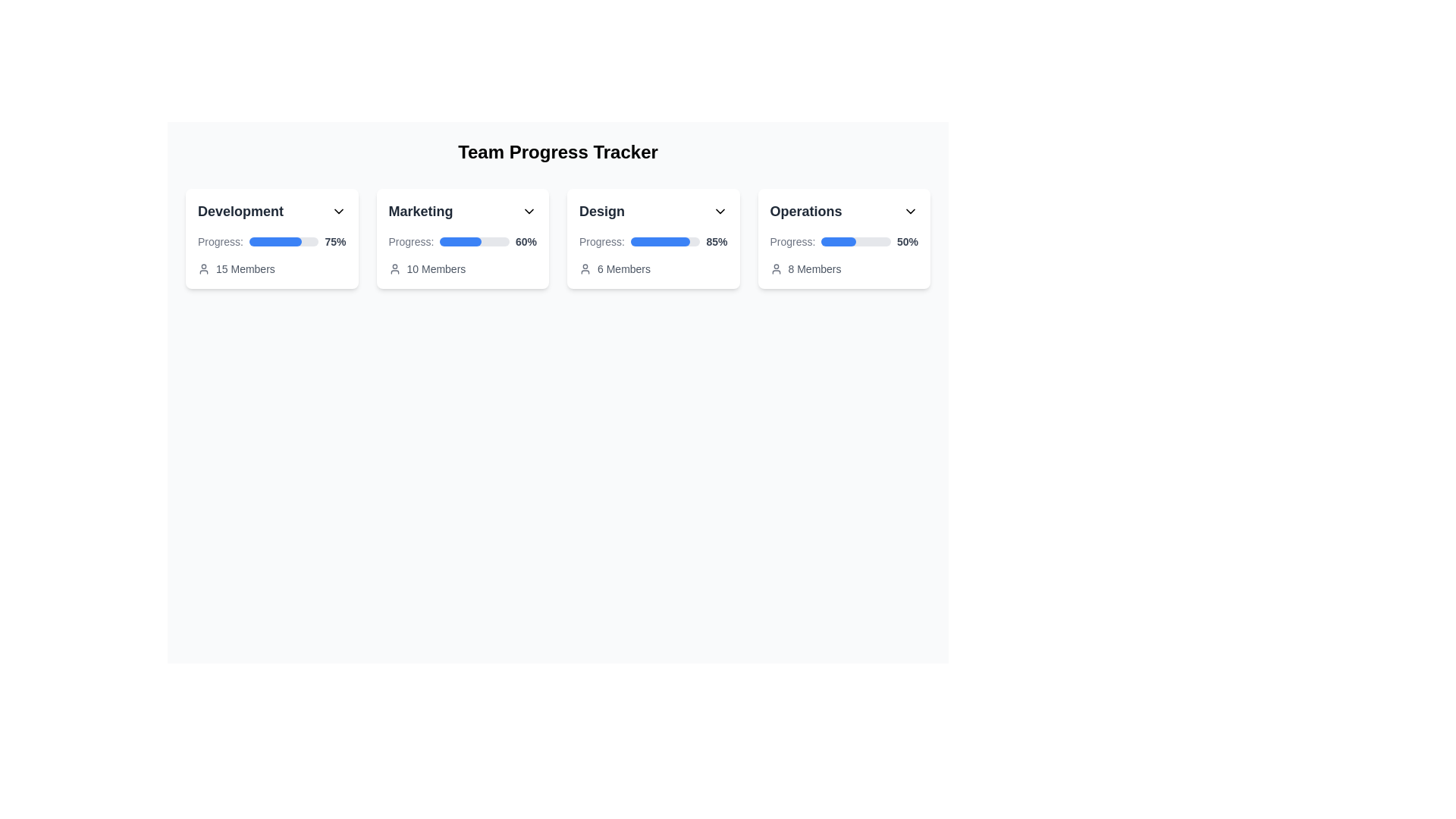 This screenshot has width=1456, height=819. Describe the element at coordinates (271, 268) in the screenshot. I see `the text label with the accompanying icon that displays the number of members associated with the 'Development' section in the 'Team Progress Tracker' interface` at that location.